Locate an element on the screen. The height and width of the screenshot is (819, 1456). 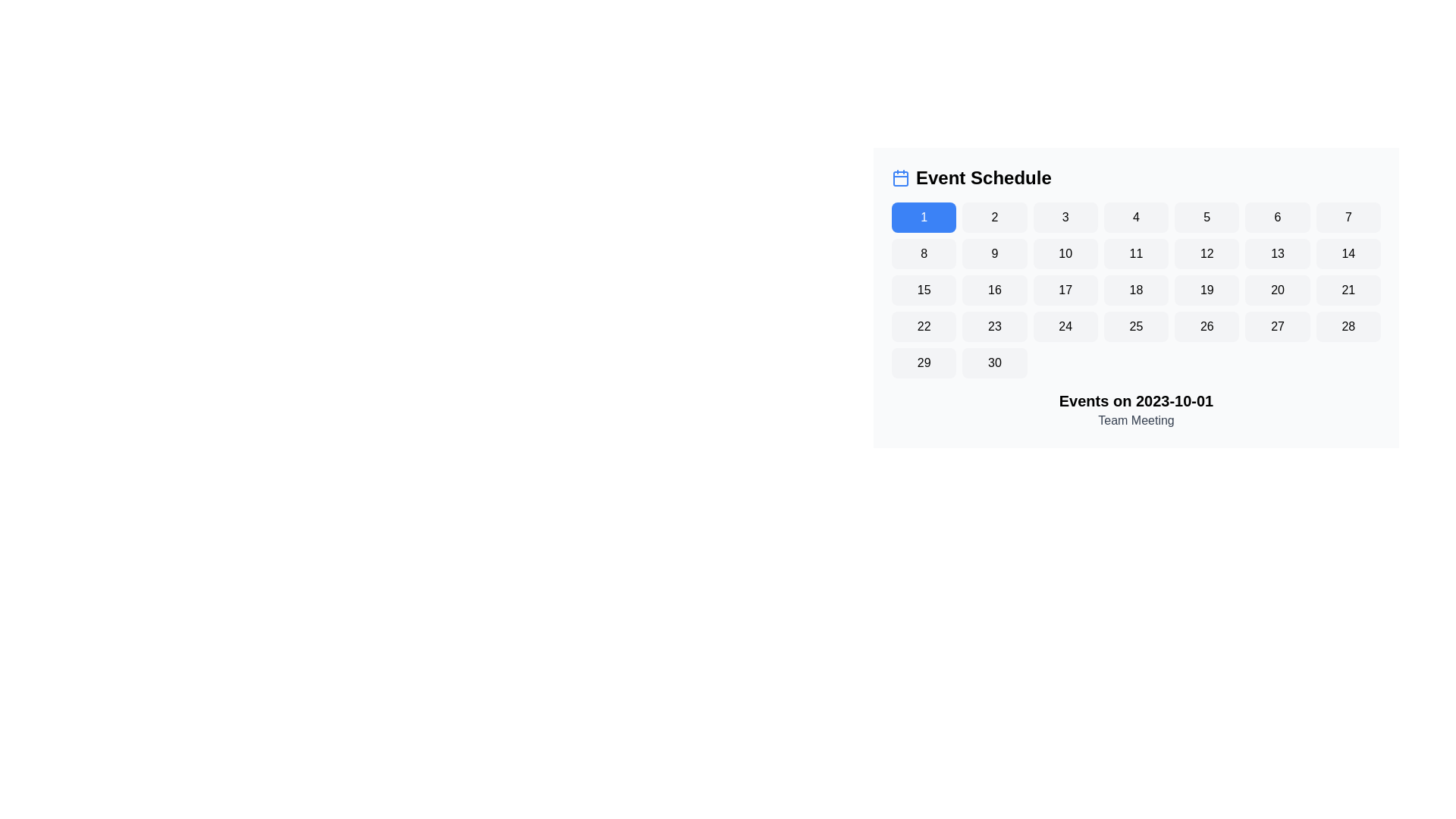
the interactive calendar day cell representing the 9th day is located at coordinates (994, 253).